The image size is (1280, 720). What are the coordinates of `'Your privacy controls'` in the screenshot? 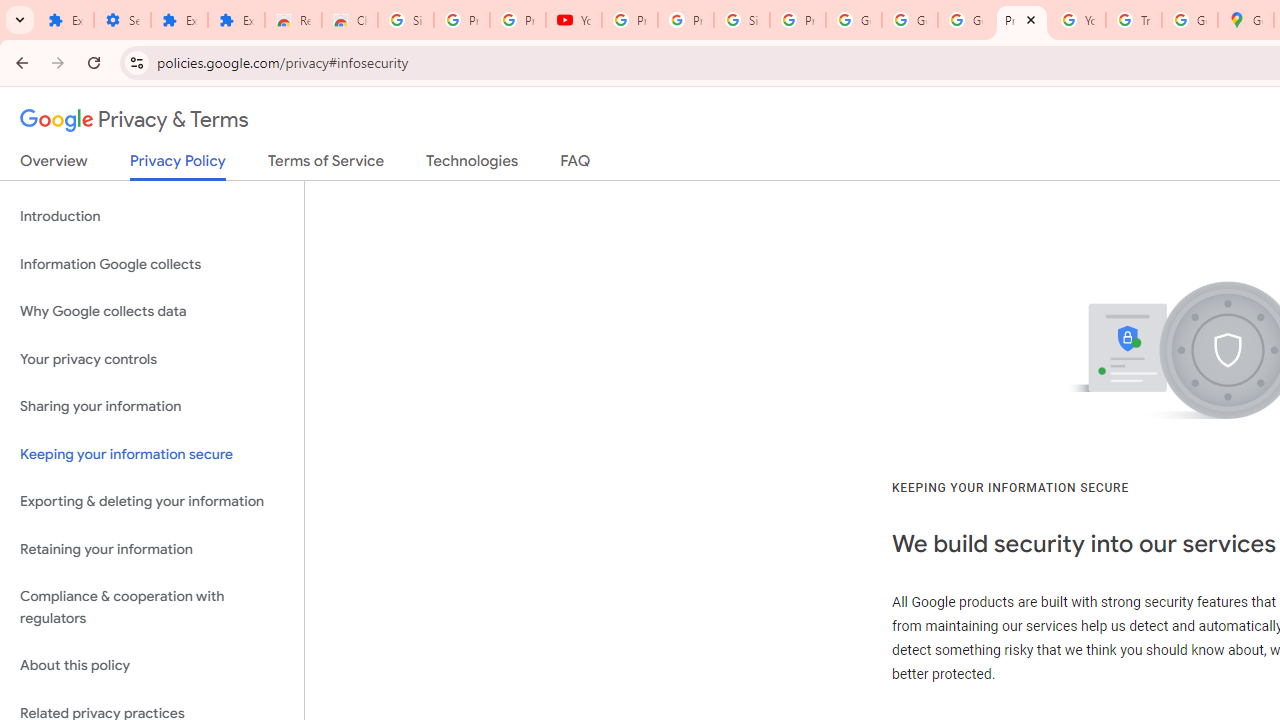 It's located at (151, 358).